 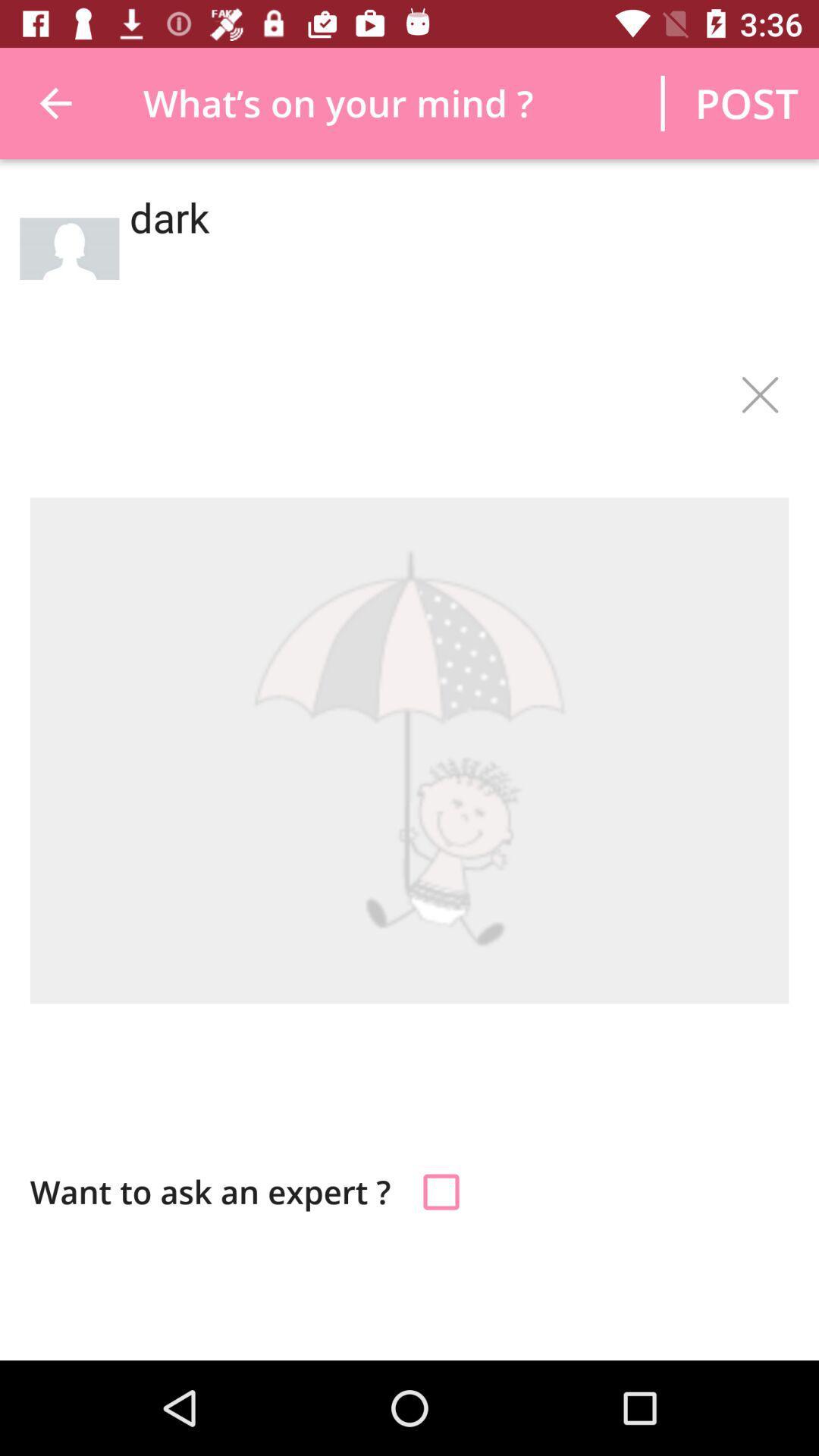 I want to click on the post item, so click(x=745, y=102).